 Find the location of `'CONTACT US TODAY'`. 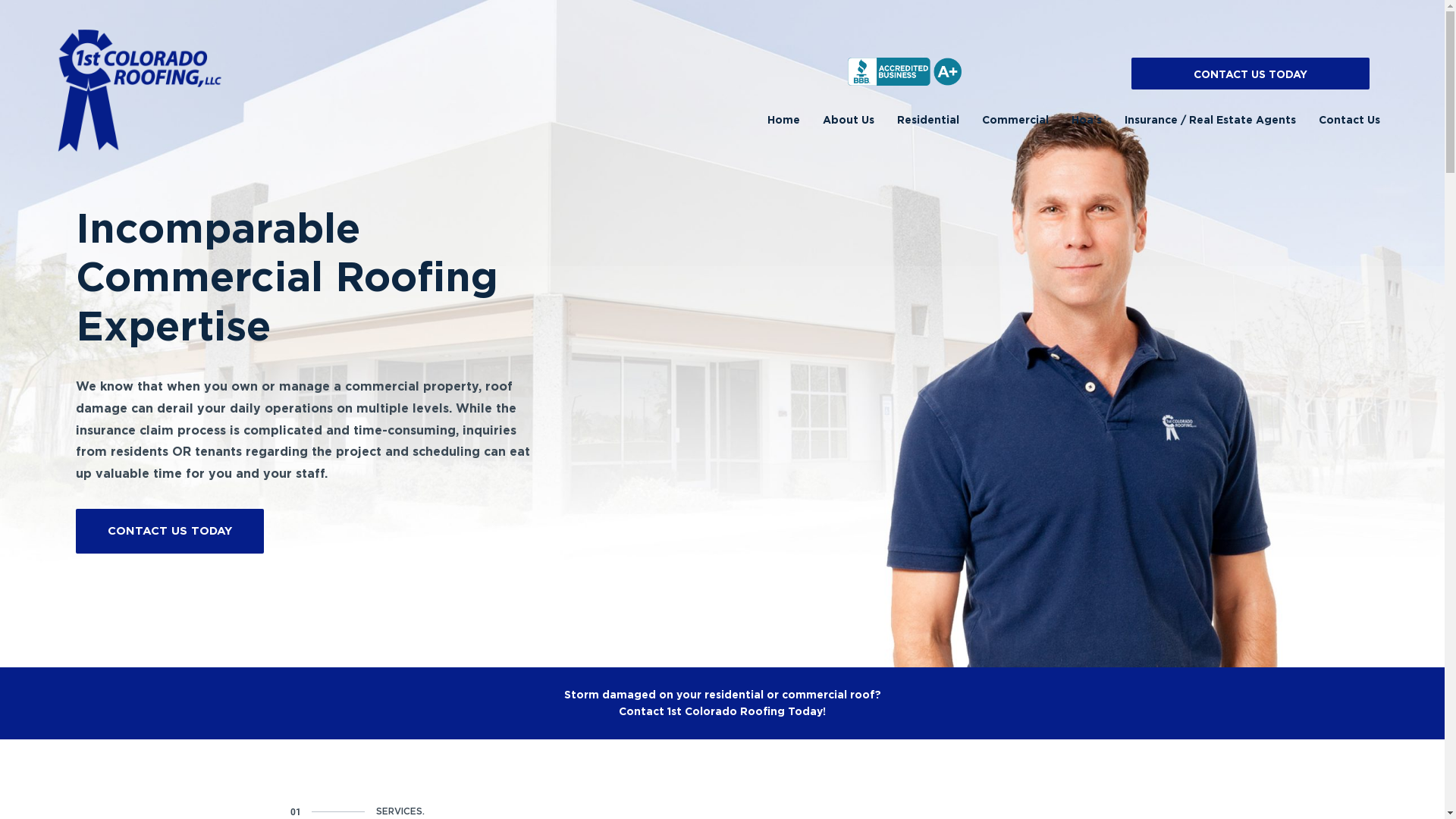

'CONTACT US TODAY' is located at coordinates (1250, 73).